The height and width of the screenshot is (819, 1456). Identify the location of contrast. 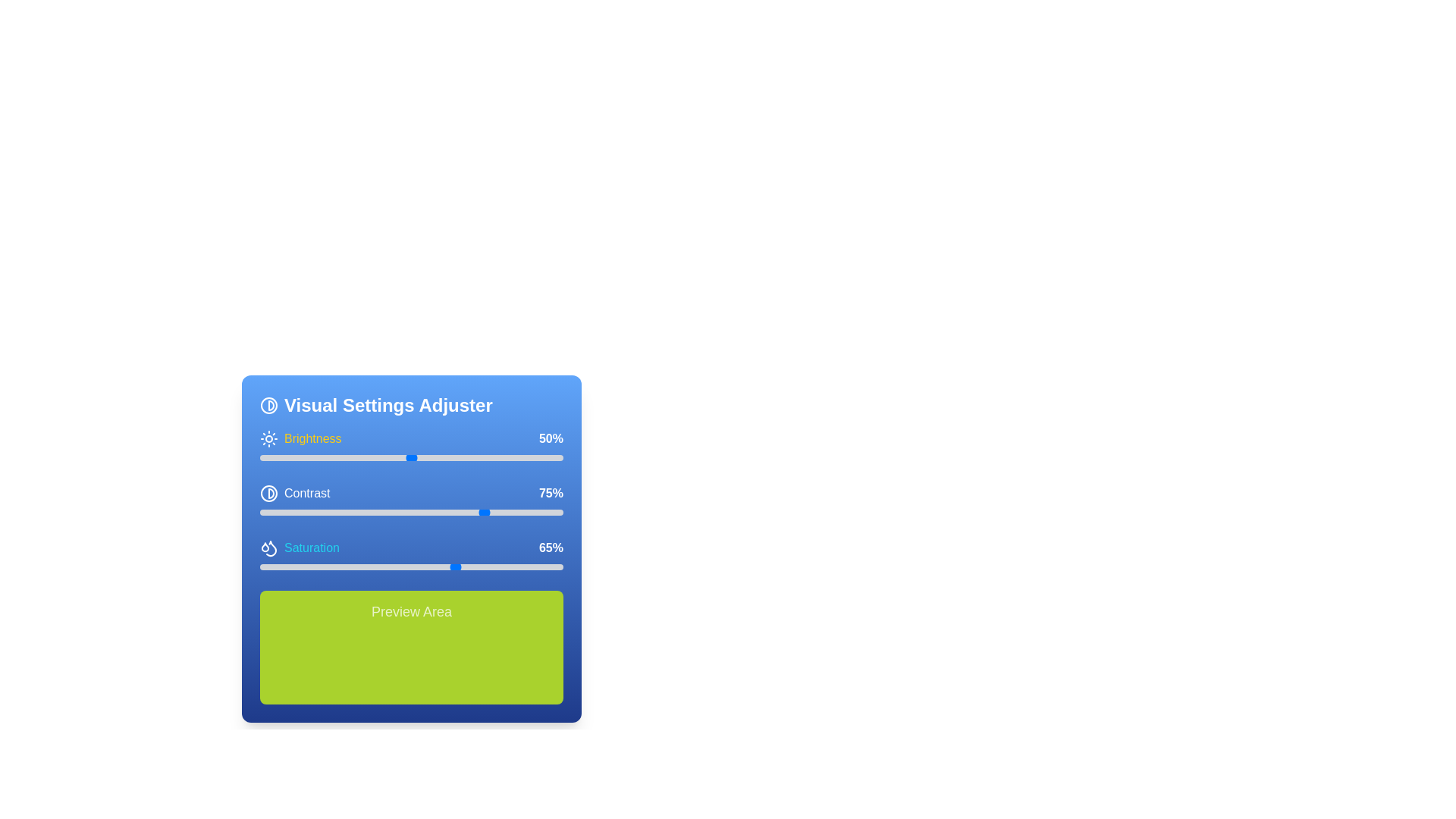
(334, 512).